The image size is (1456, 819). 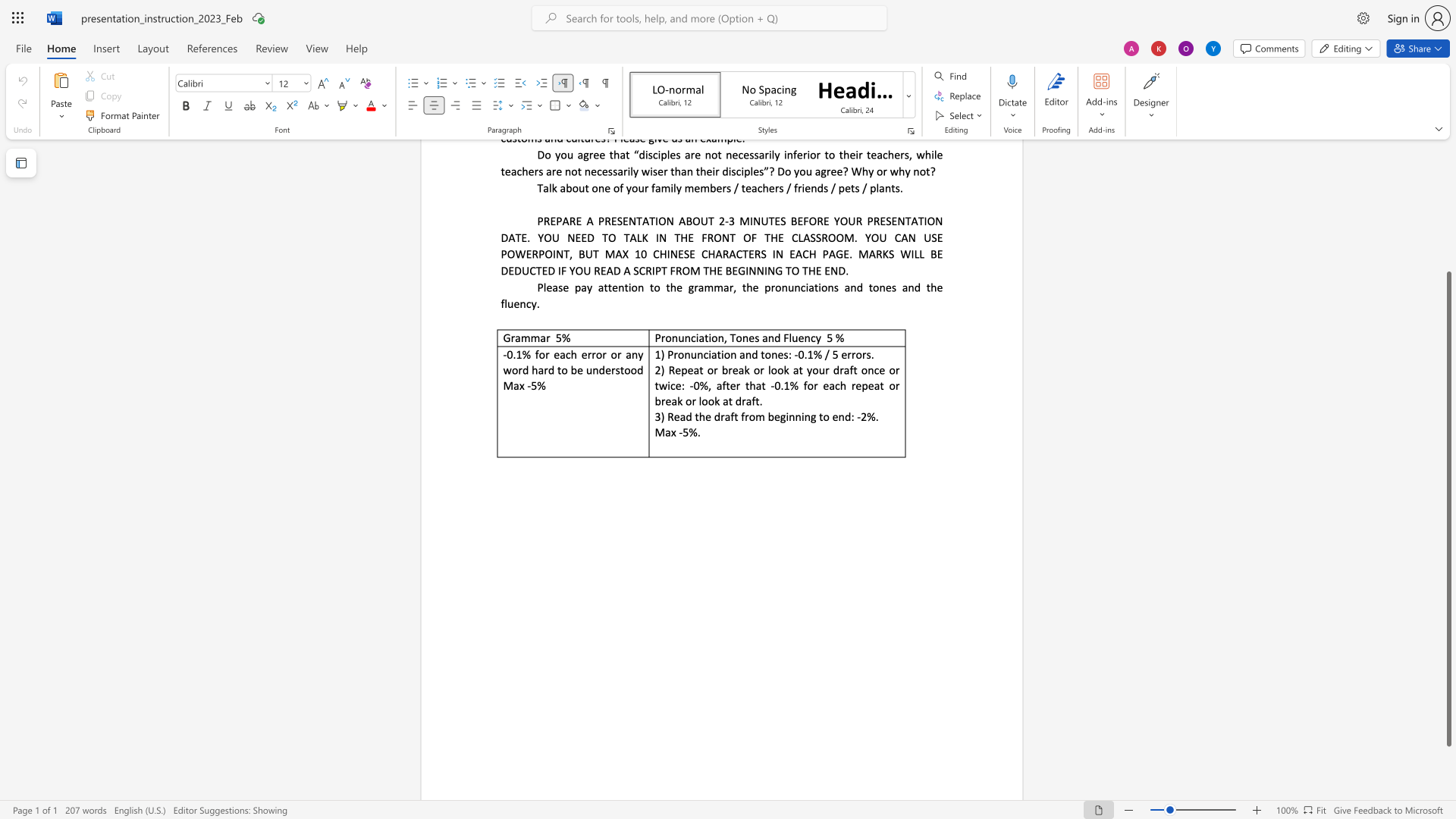 I want to click on the scrollbar to move the page upward, so click(x=1448, y=249).